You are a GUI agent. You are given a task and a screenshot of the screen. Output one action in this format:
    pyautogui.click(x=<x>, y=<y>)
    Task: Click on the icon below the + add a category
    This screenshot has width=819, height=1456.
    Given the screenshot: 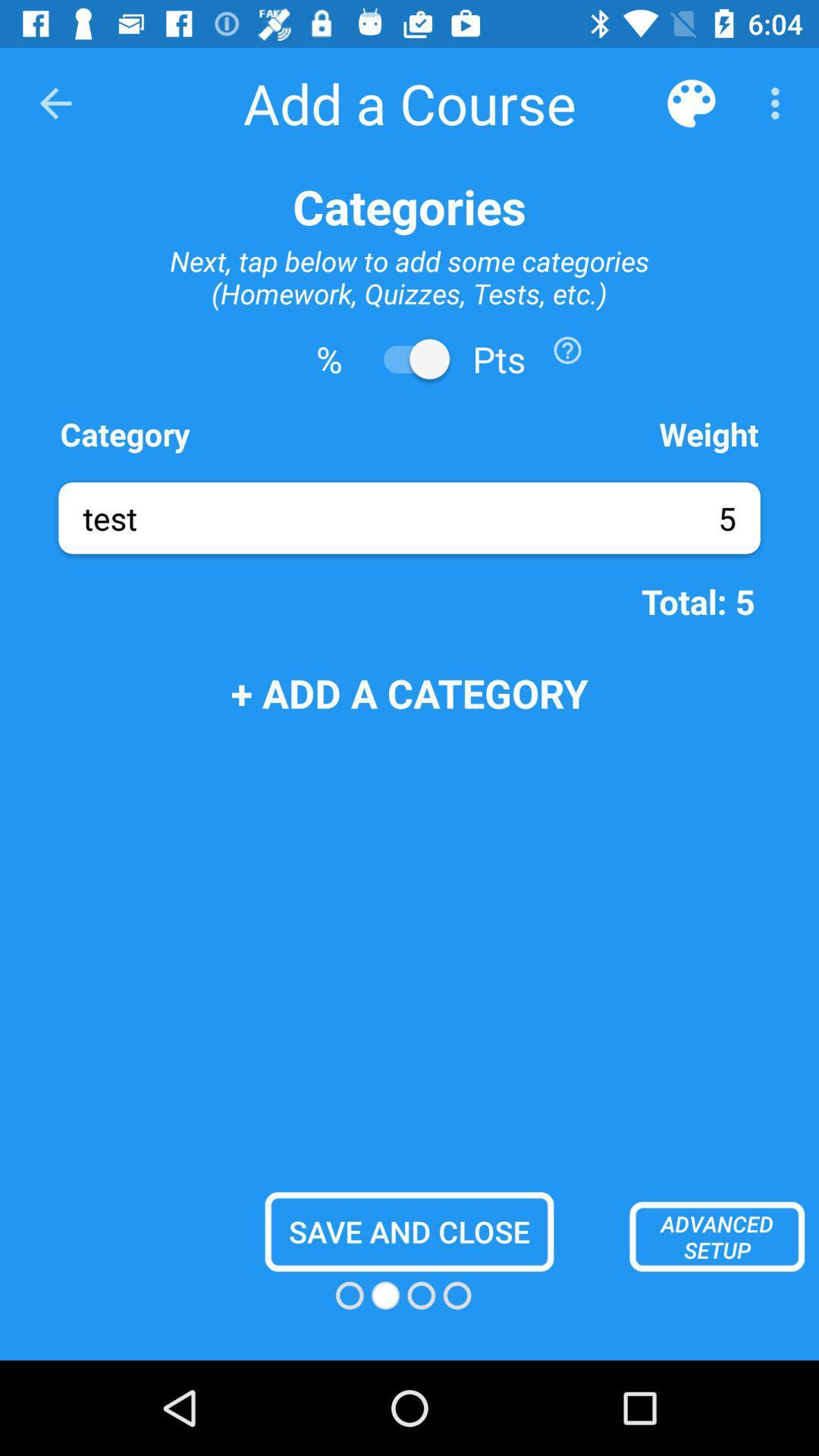 What is the action you would take?
    pyautogui.click(x=409, y=1232)
    